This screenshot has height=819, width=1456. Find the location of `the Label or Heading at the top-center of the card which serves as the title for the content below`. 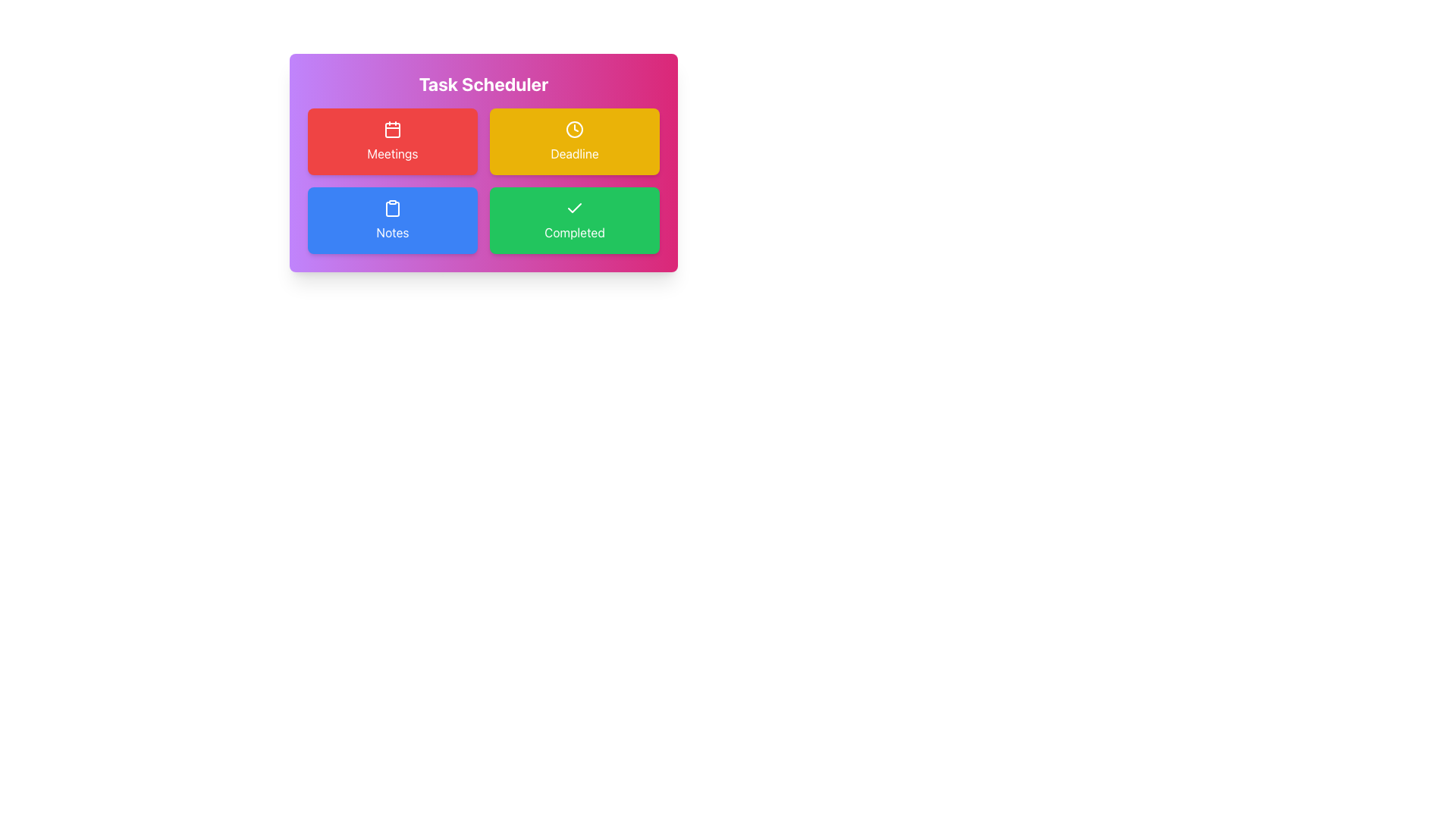

the Label or Heading at the top-center of the card which serves as the title for the content below is located at coordinates (483, 84).